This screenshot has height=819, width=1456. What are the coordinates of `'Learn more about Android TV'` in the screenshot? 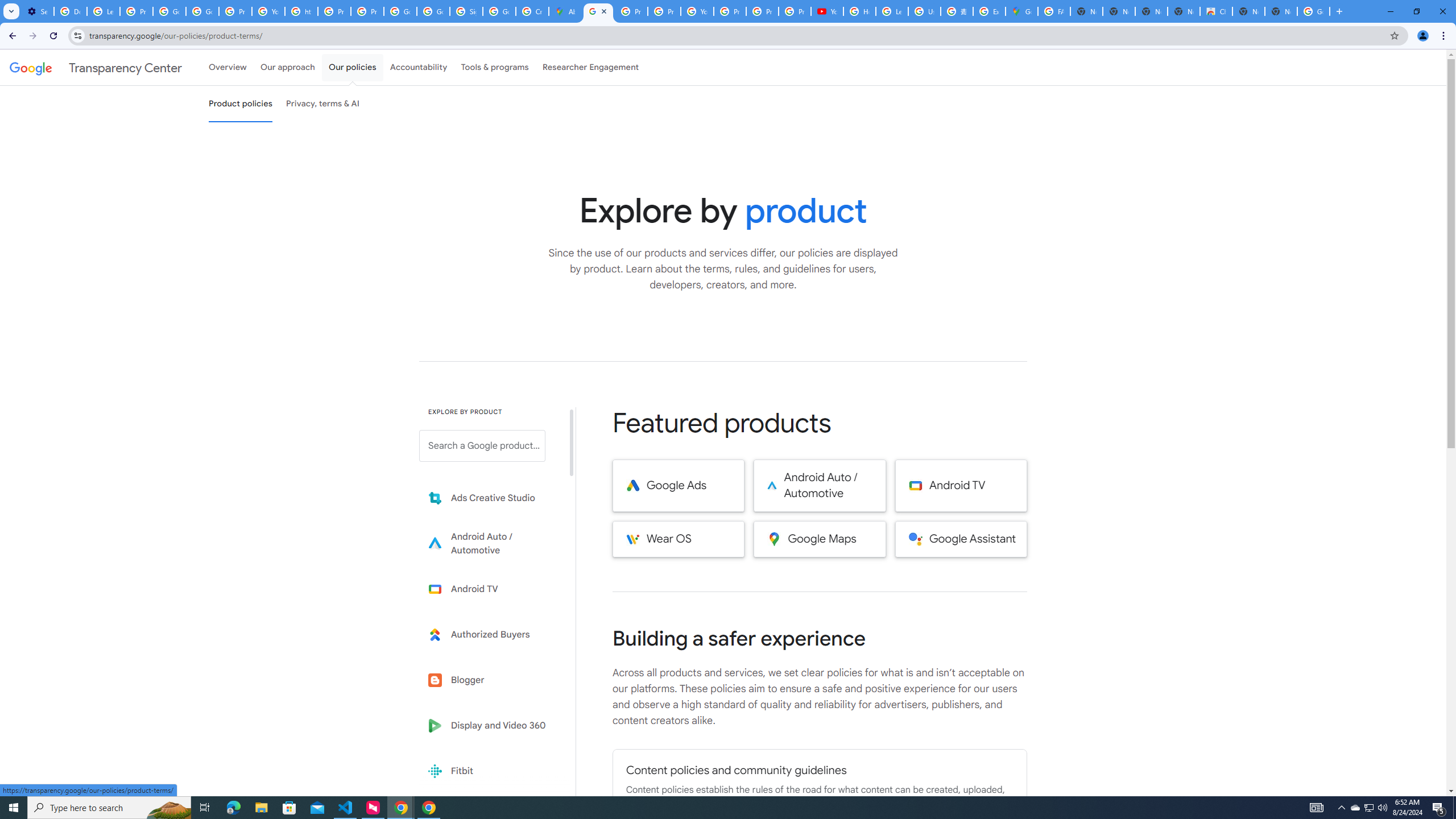 It's located at (490, 589).